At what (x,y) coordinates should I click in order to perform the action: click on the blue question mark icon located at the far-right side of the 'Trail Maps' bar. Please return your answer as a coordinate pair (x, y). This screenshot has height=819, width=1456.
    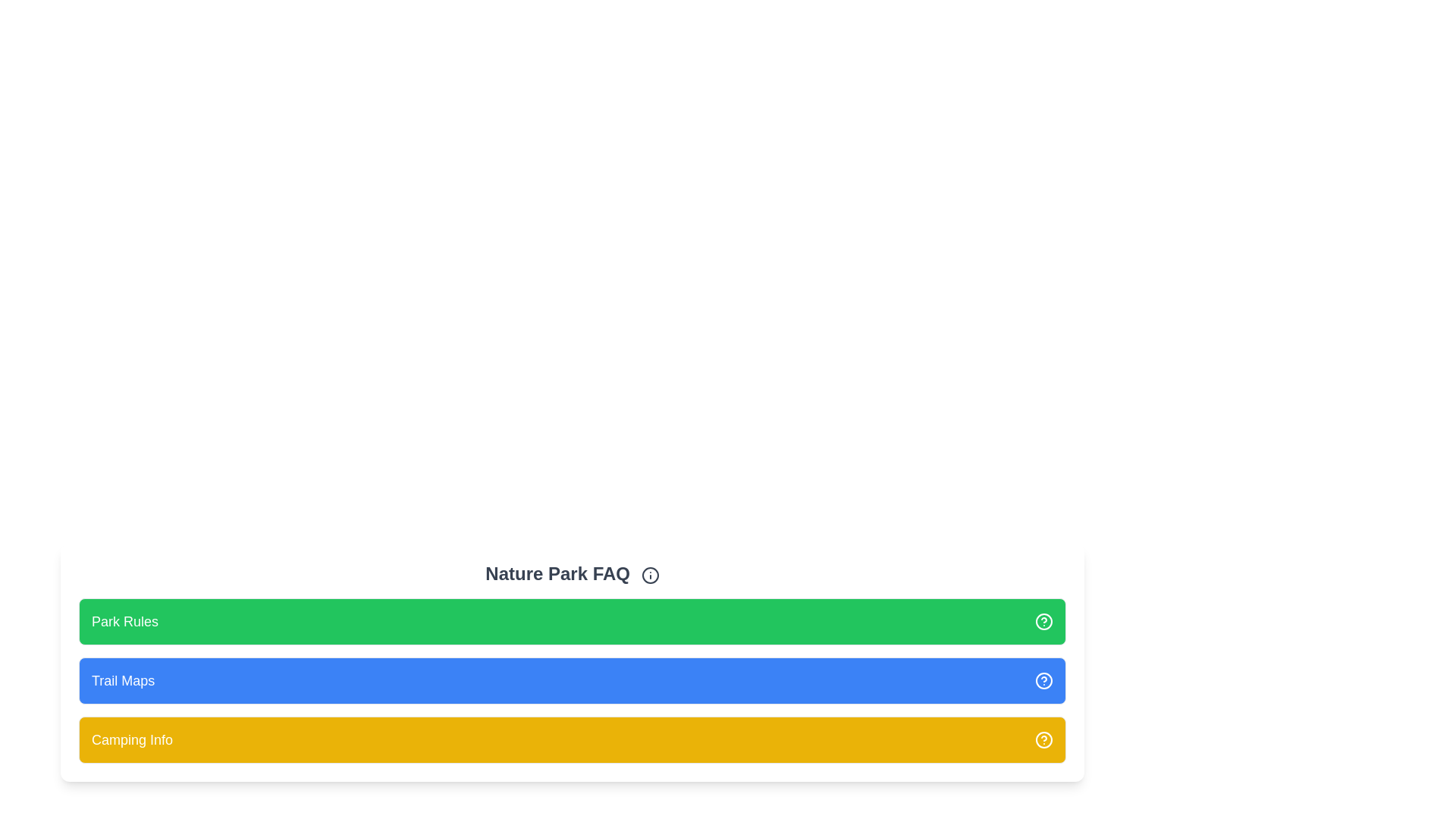
    Looking at the image, I should click on (1043, 680).